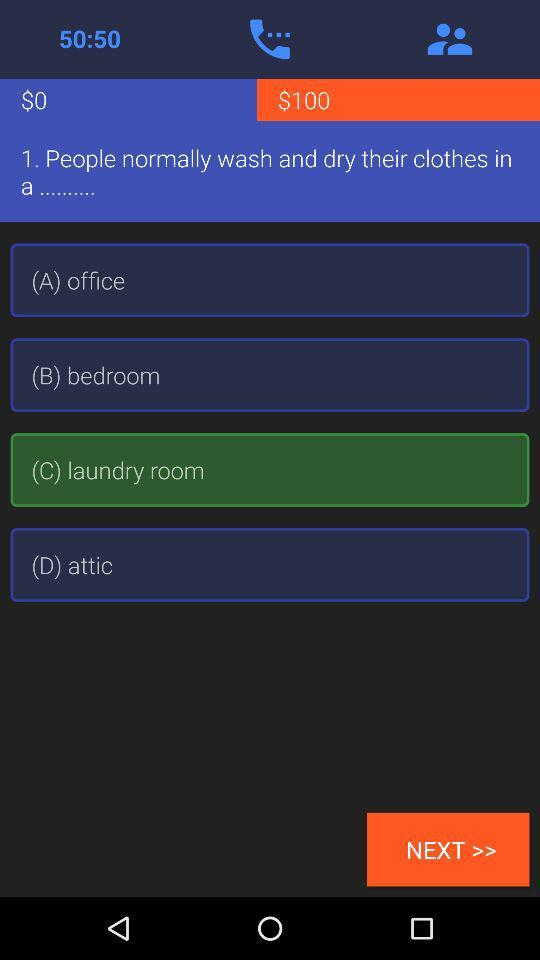  What do you see at coordinates (89, 38) in the screenshot?
I see `use the bonus 50:50` at bounding box center [89, 38].